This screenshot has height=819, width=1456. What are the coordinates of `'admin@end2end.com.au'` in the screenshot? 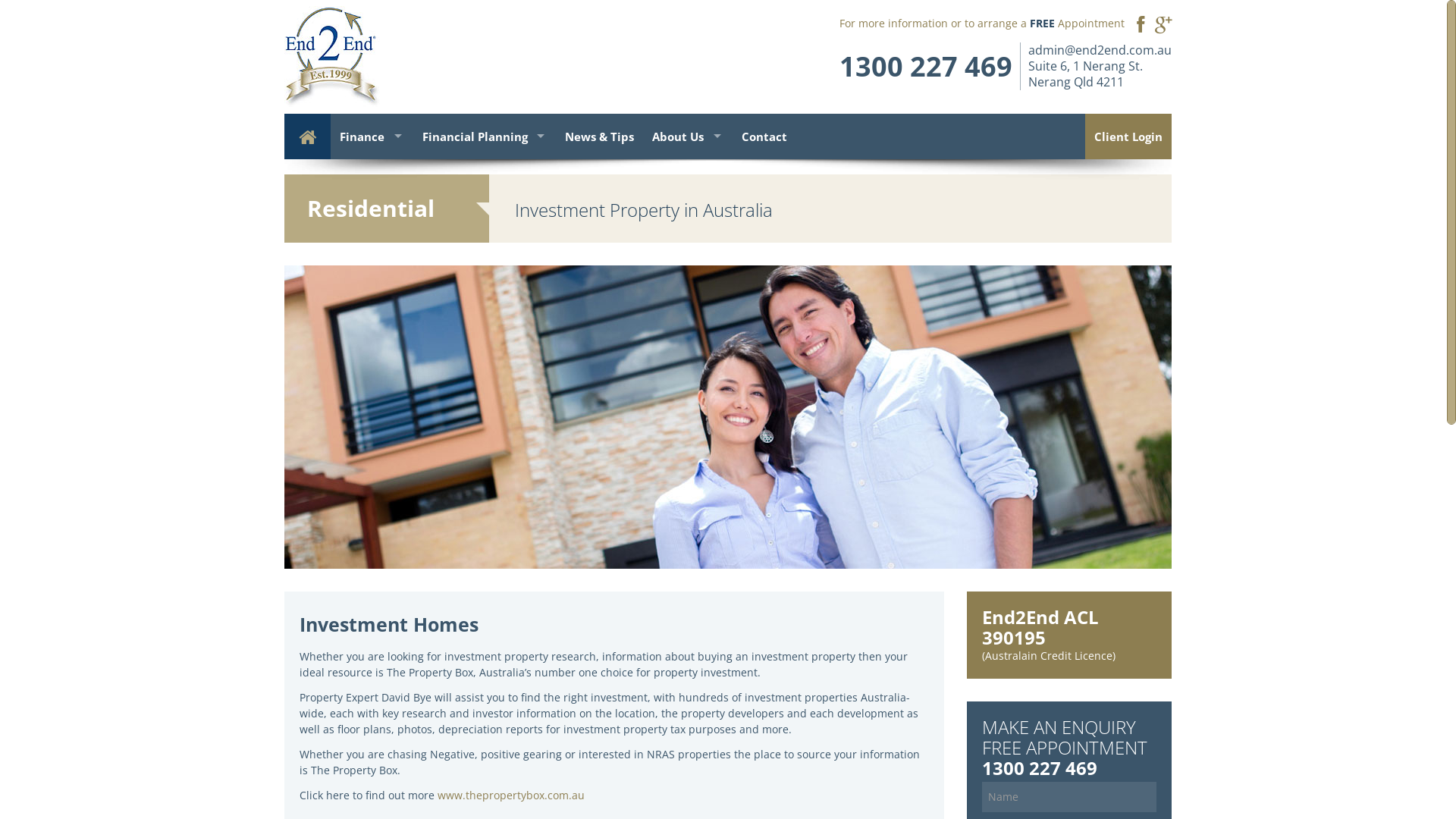 It's located at (1100, 49).